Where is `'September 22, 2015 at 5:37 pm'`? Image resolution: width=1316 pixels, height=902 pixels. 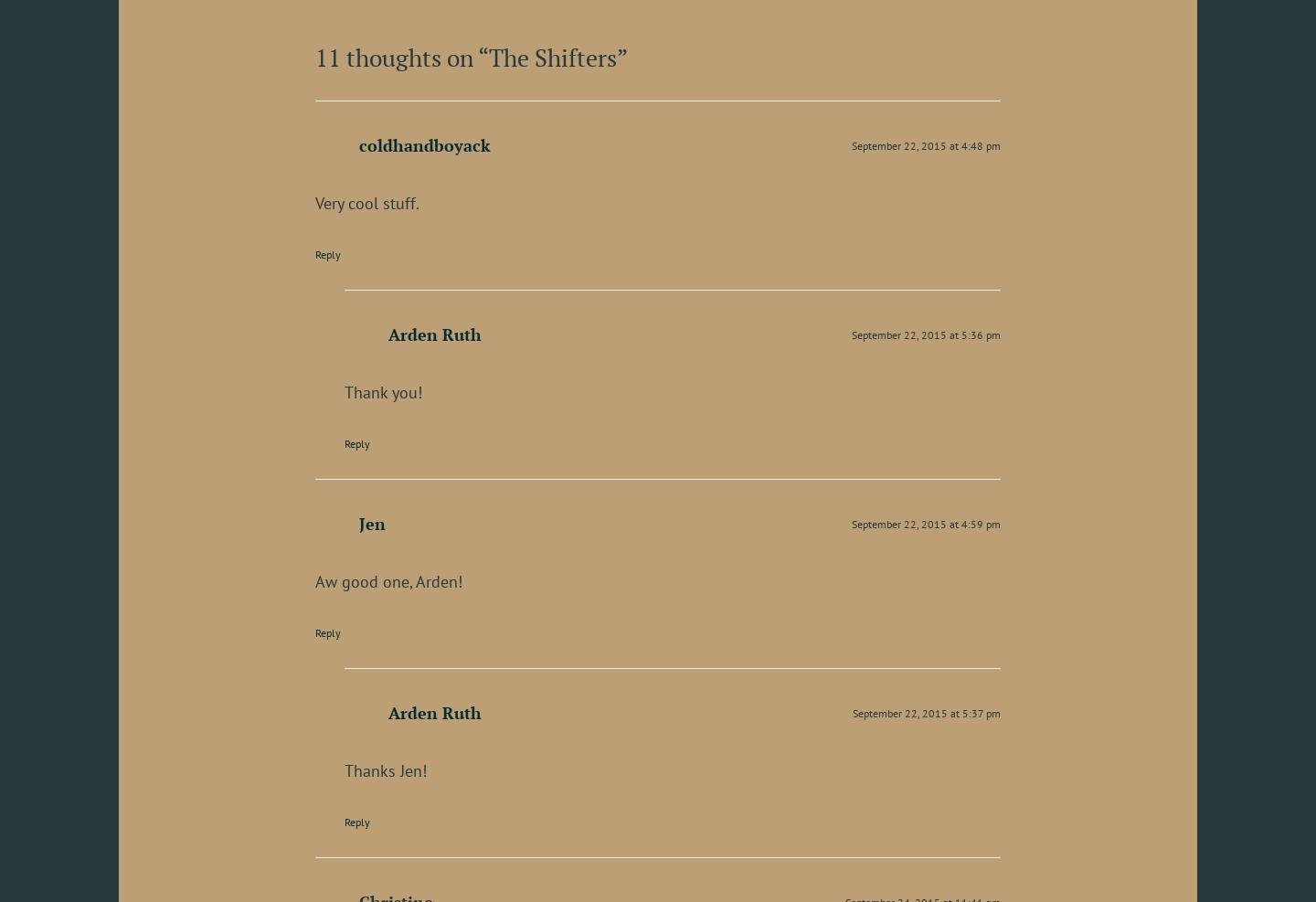 'September 22, 2015 at 5:37 pm' is located at coordinates (926, 712).